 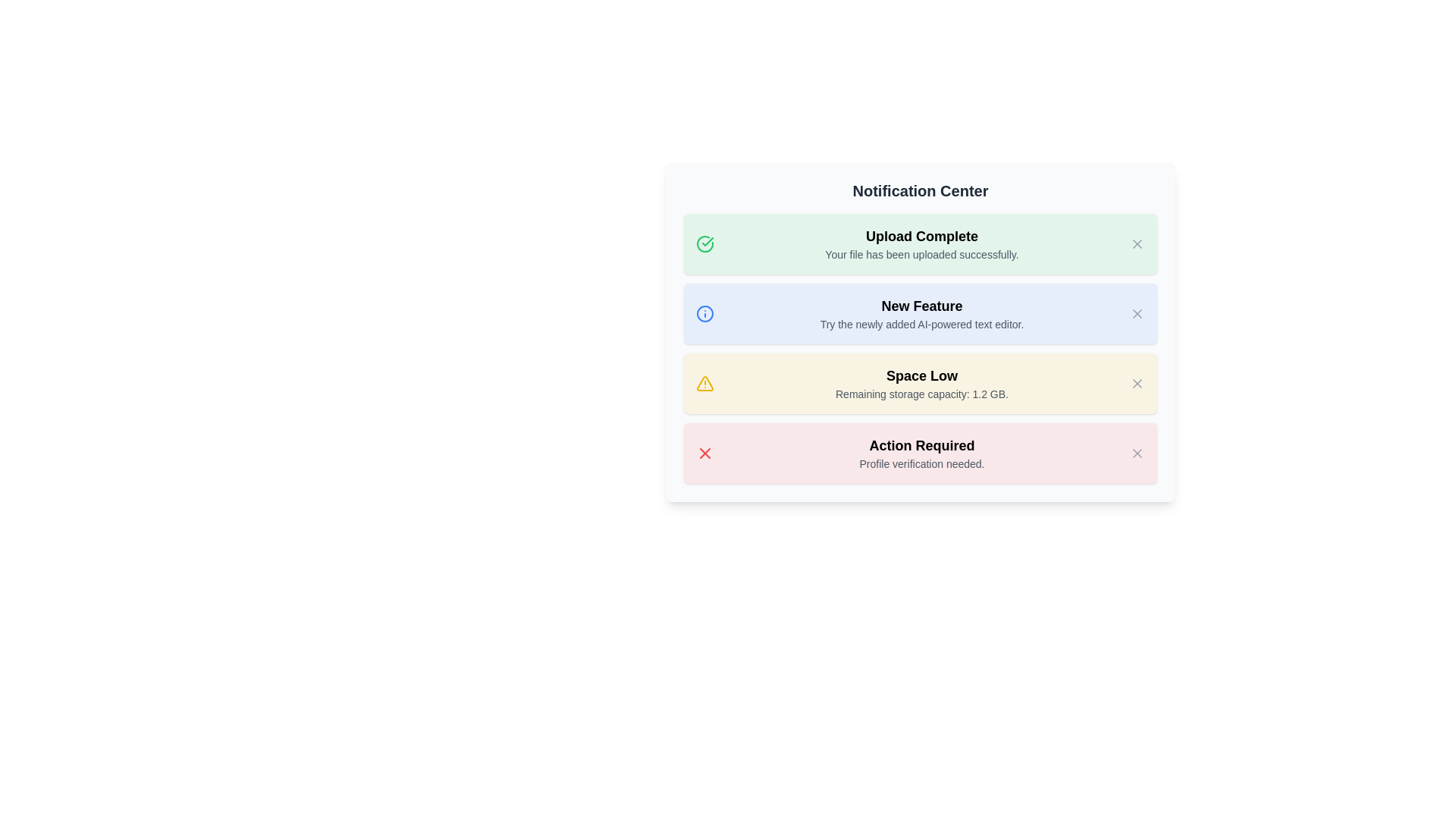 What do you see at coordinates (921, 306) in the screenshot?
I see `the Title/Header text located at the top of the blue notification box in the 'Notification Center' interface` at bounding box center [921, 306].